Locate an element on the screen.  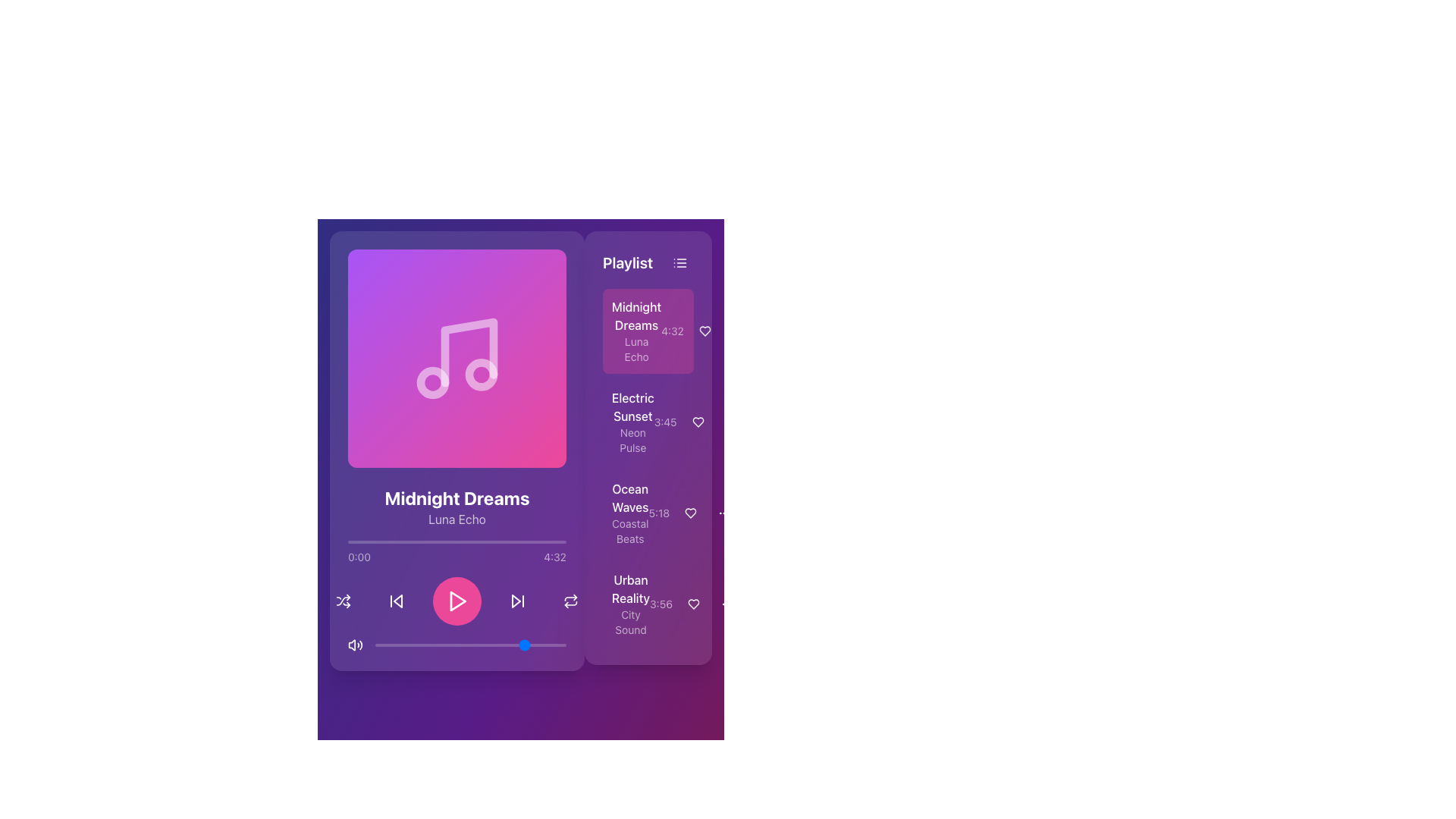
the text display element that shows 'Electric Sunset', which is the title of the second song entry in the 'Playlist' section under 'Midnight Dreams' is located at coordinates (632, 406).